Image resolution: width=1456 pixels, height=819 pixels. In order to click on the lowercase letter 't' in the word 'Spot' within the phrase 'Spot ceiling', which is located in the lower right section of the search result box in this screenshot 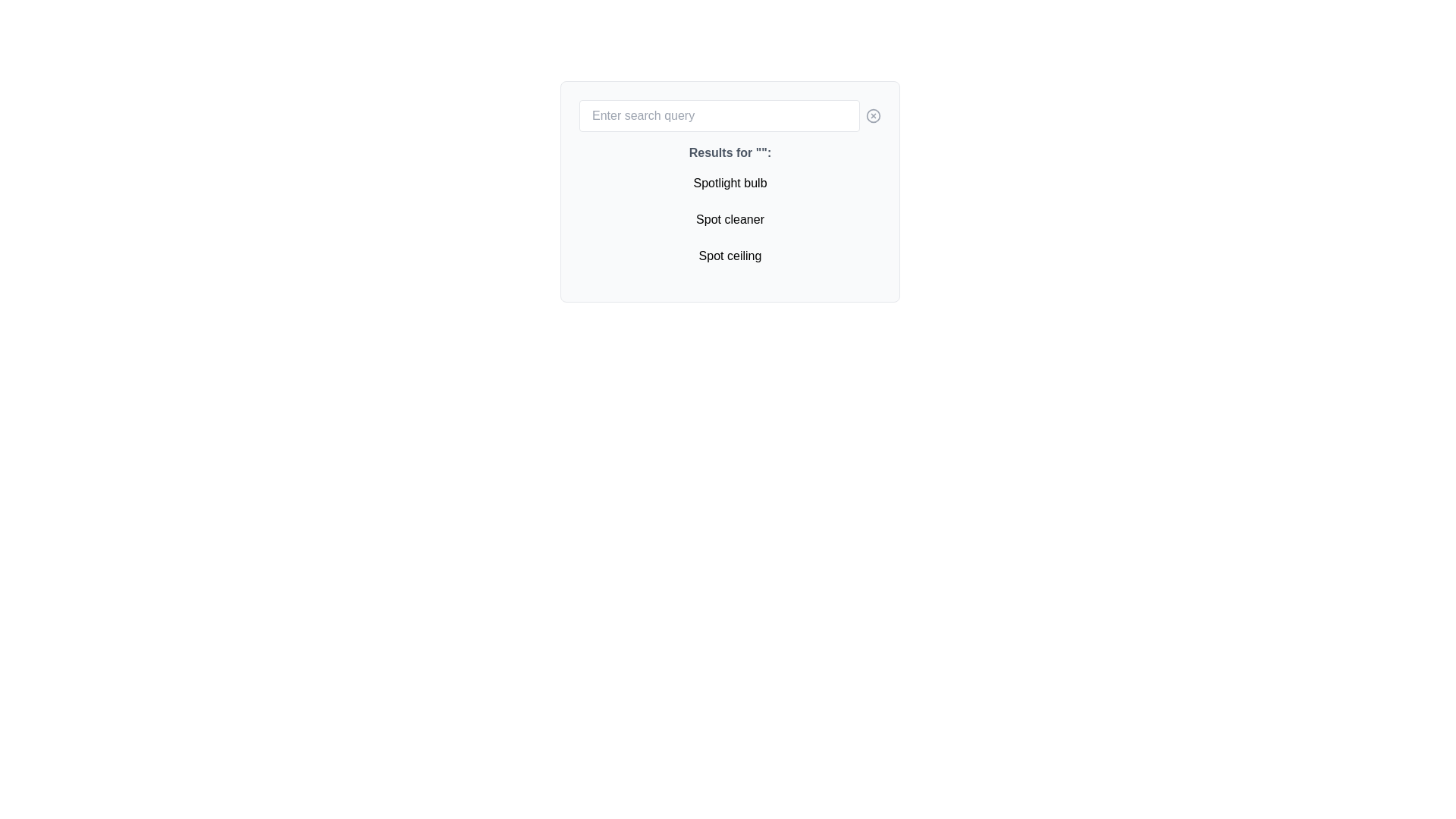, I will do `click(721, 255)`.